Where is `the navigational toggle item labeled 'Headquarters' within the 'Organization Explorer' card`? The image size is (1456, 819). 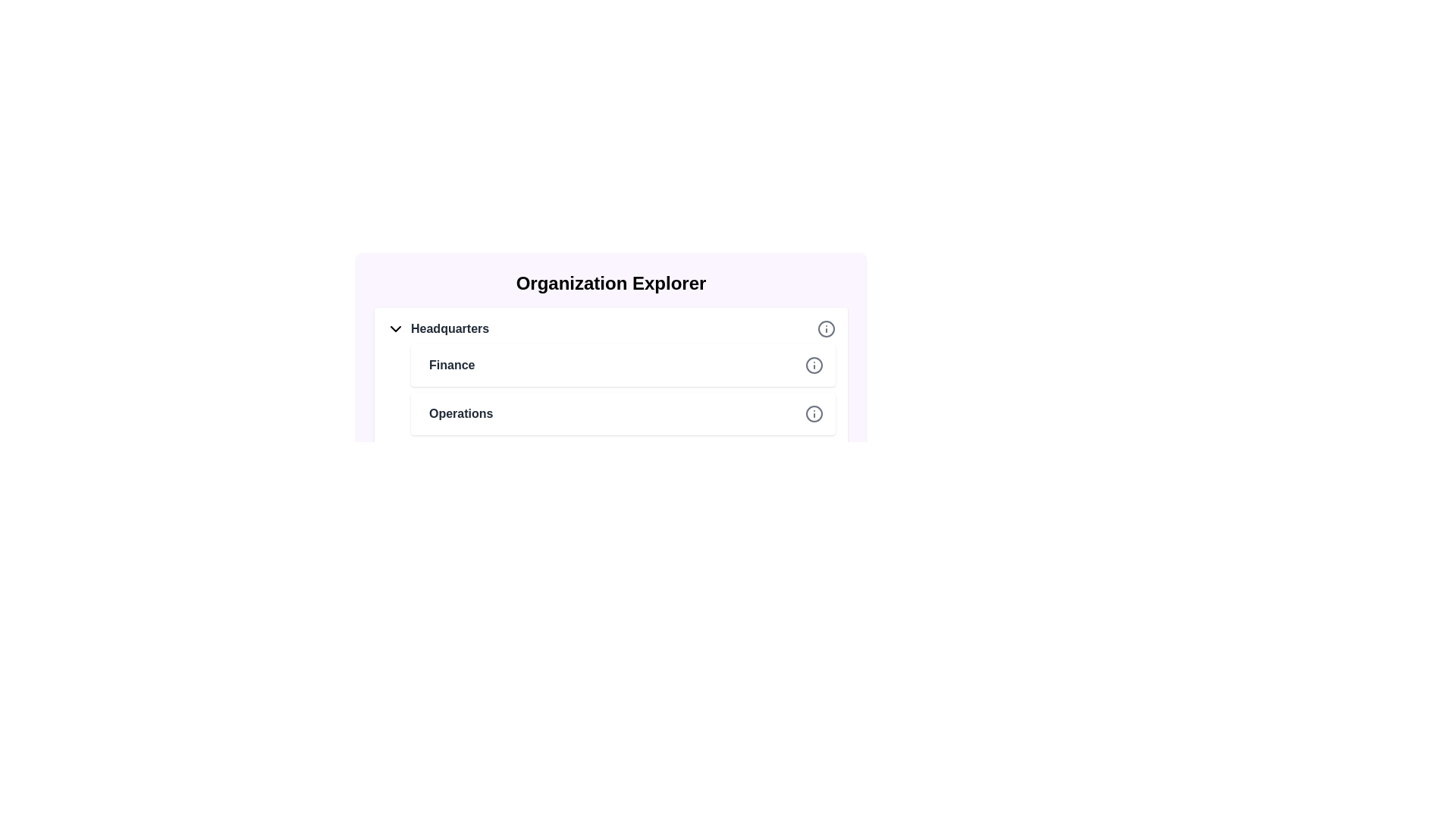
the navigational toggle item labeled 'Headquarters' within the 'Organization Explorer' card is located at coordinates (611, 328).